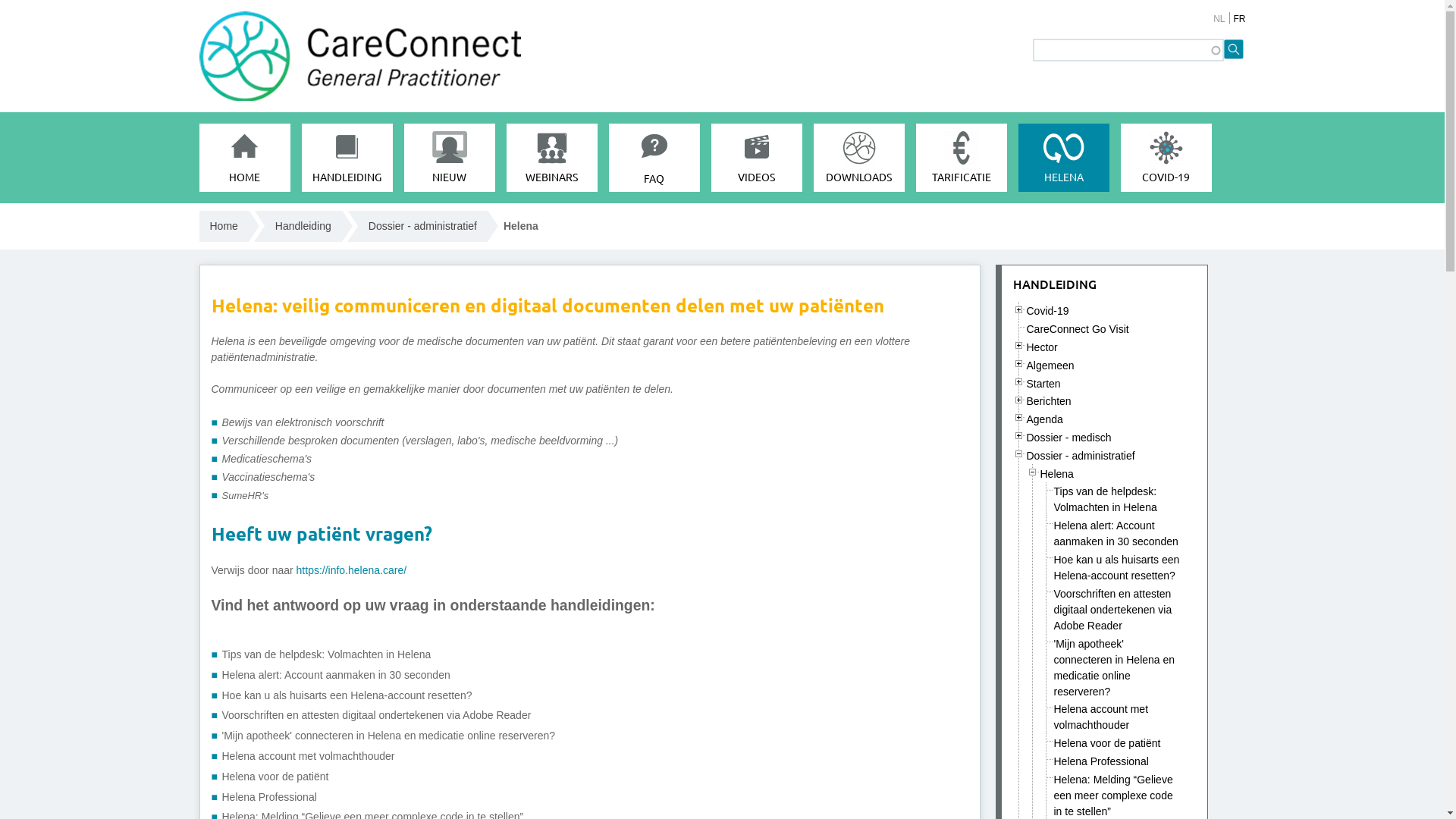 This screenshot has width=1456, height=819. What do you see at coordinates (302, 158) in the screenshot?
I see `'HANDLEIDING'` at bounding box center [302, 158].